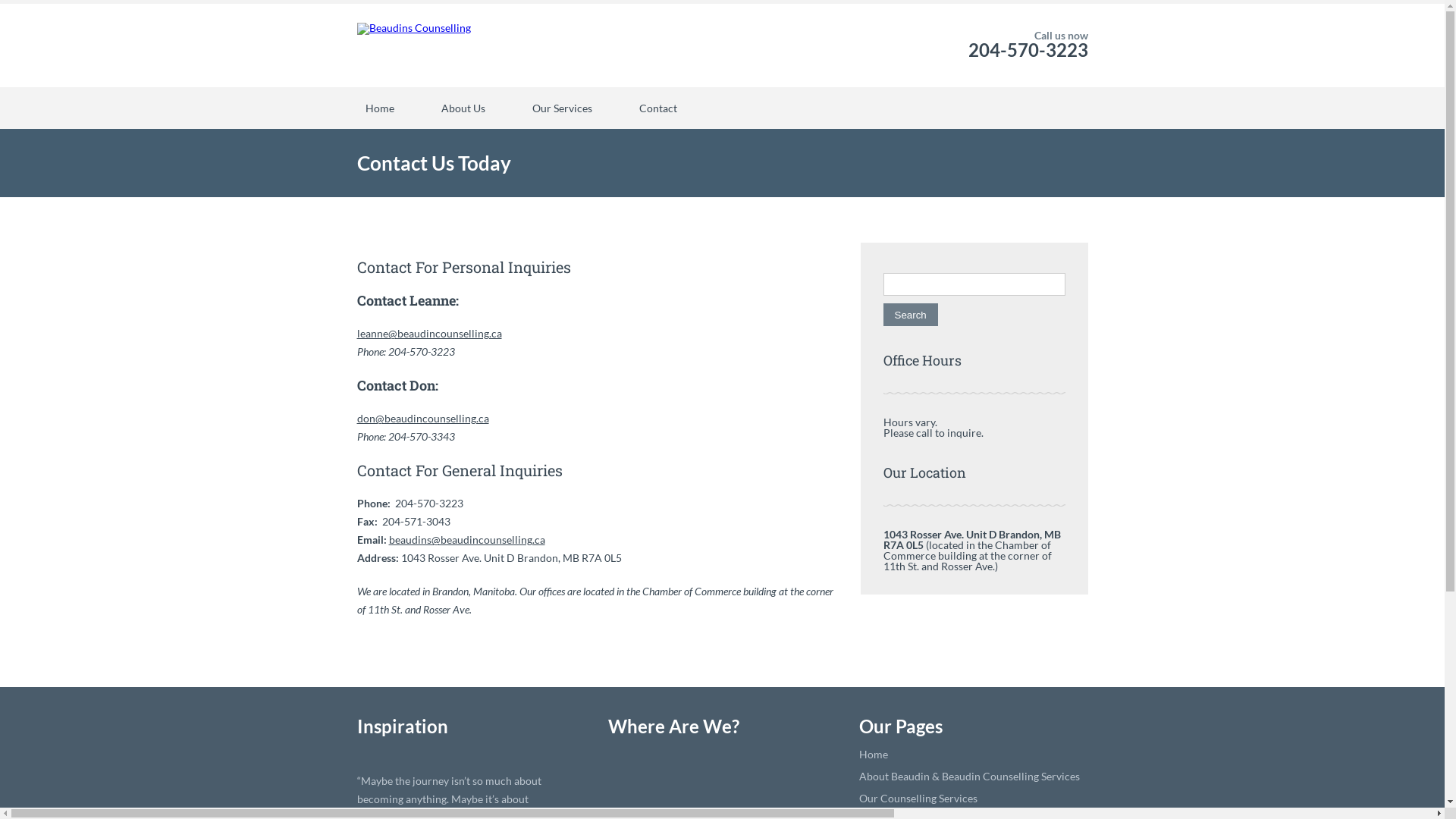 The width and height of the screenshot is (1456, 819). Describe the element at coordinates (461, 107) in the screenshot. I see `'About Us'` at that location.